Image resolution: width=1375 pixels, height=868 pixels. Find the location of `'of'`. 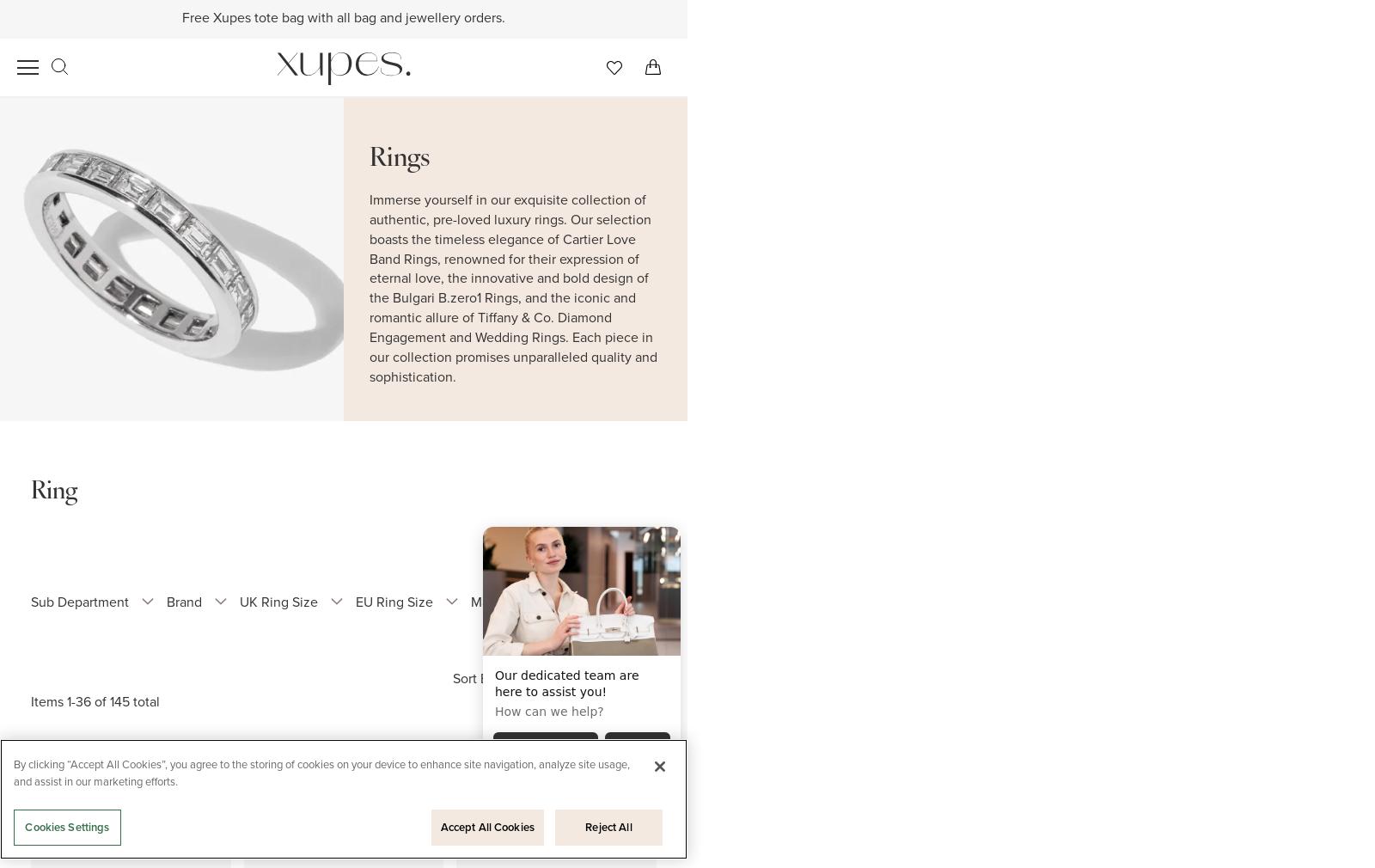

'of' is located at coordinates (99, 701).